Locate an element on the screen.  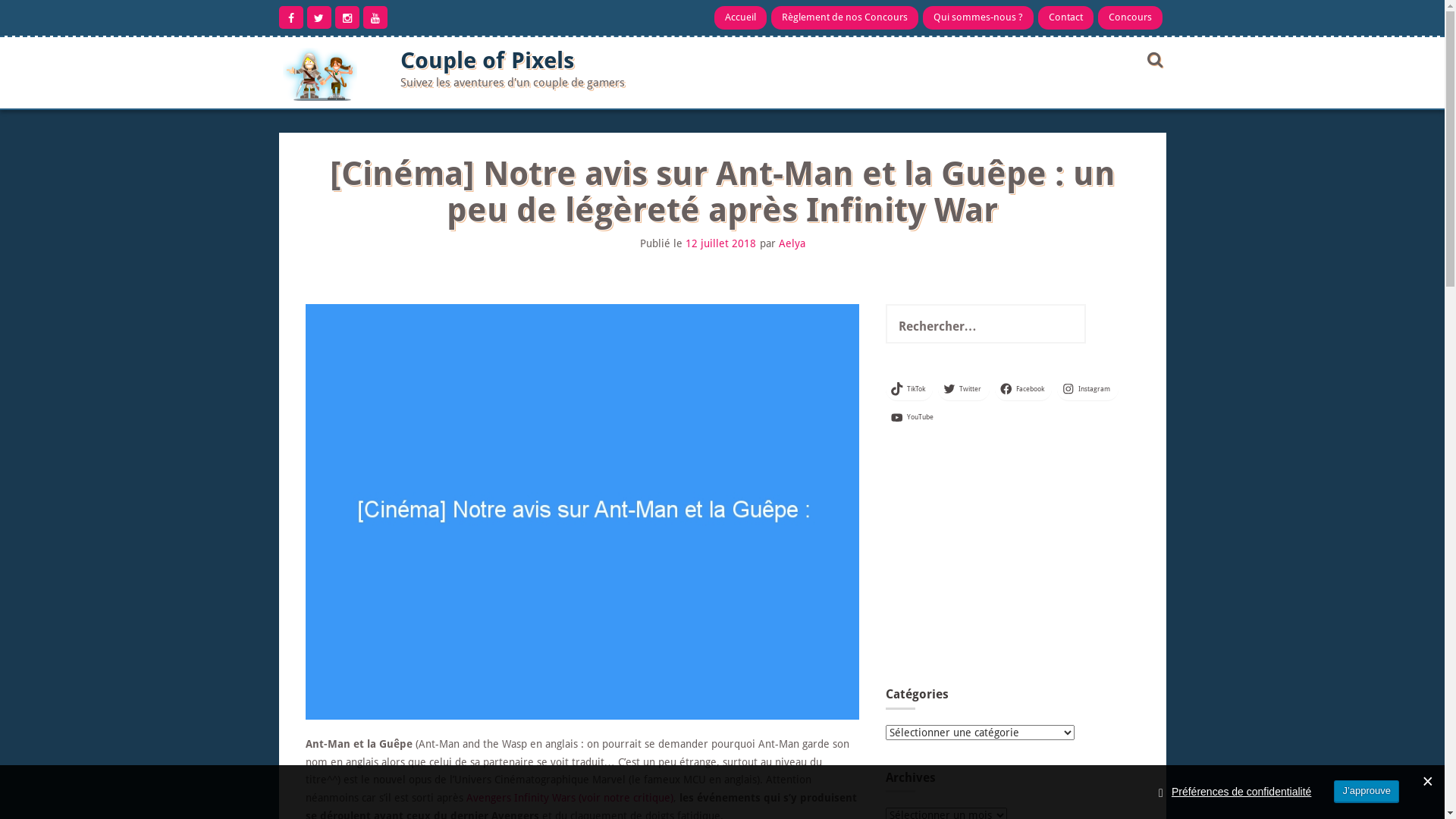
'Couple of Pixels' is located at coordinates (400, 59).